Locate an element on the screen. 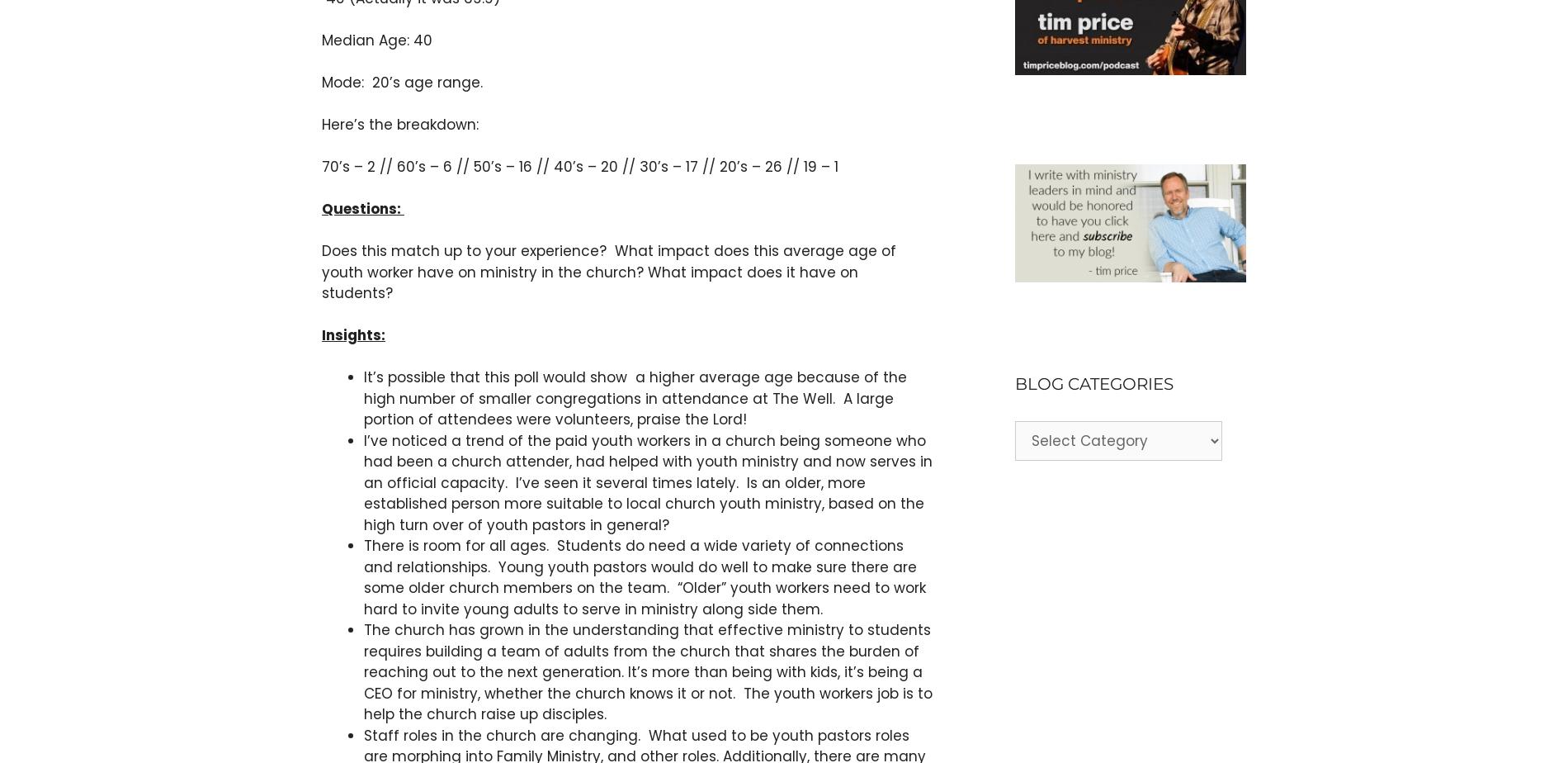 The width and height of the screenshot is (1568, 763). 'BLOG CATEGORIES' is located at coordinates (1093, 383).